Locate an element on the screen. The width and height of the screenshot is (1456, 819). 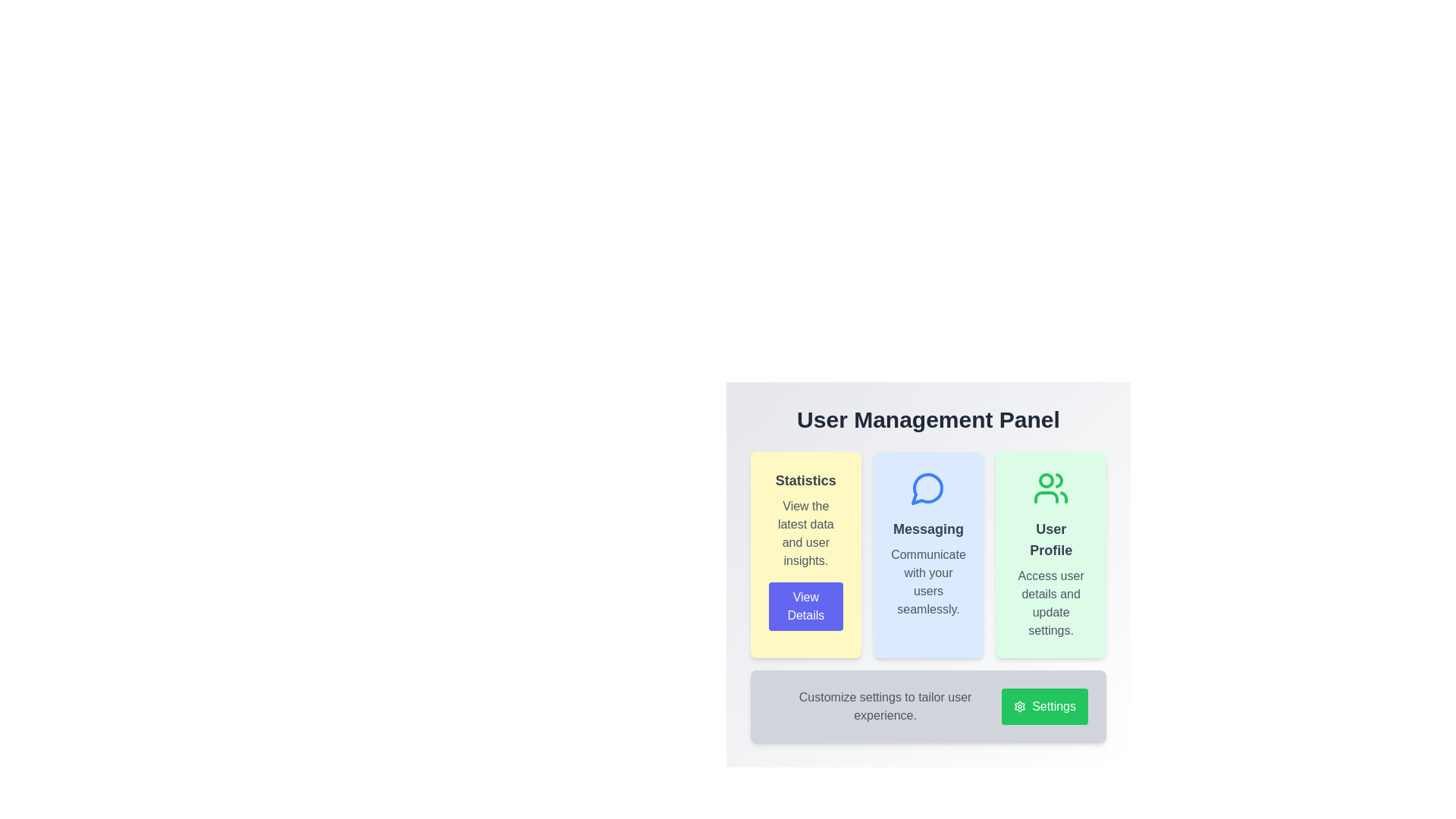
the green 'Settings' button using the keyboard for interaction is located at coordinates (1043, 707).